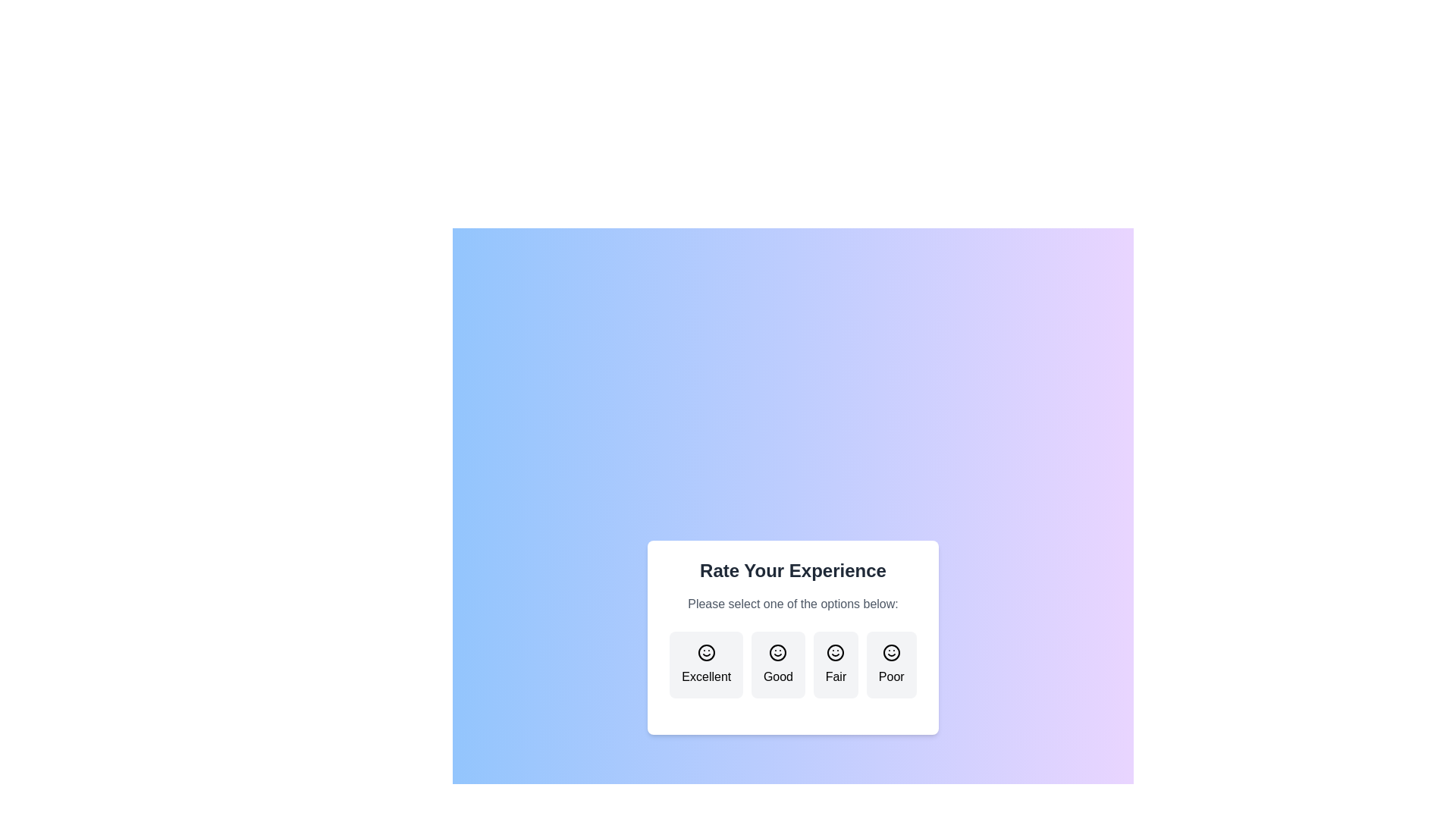 The image size is (1456, 819). Describe the element at coordinates (792, 570) in the screenshot. I see `the text element that reads 'Rate Your Experience', which is prominently displayed at the top of a card-like structure in a bold, large font with a dark color` at that location.